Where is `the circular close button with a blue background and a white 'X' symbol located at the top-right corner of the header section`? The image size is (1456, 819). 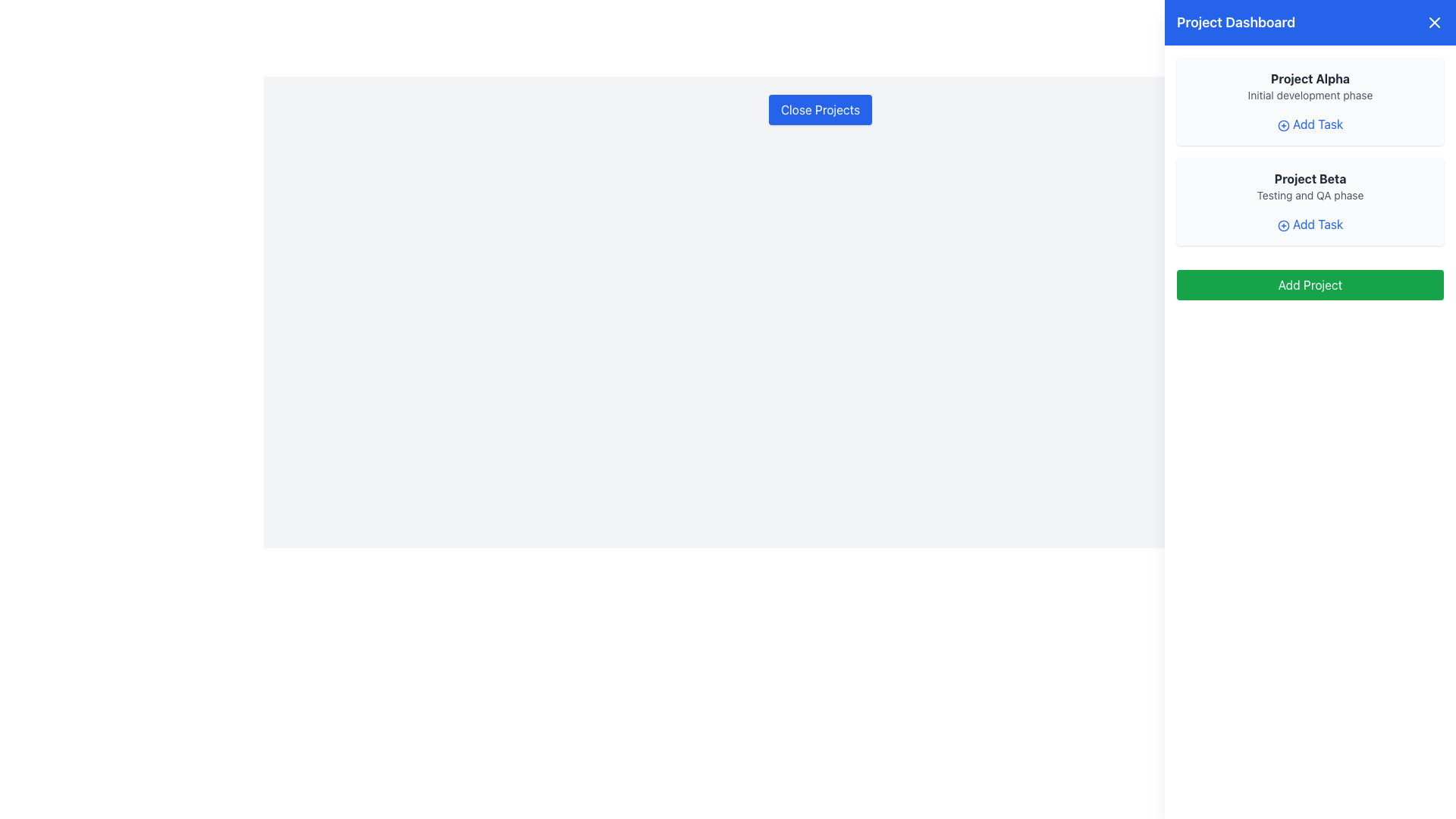 the circular close button with a blue background and a white 'X' symbol located at the top-right corner of the header section is located at coordinates (1433, 23).